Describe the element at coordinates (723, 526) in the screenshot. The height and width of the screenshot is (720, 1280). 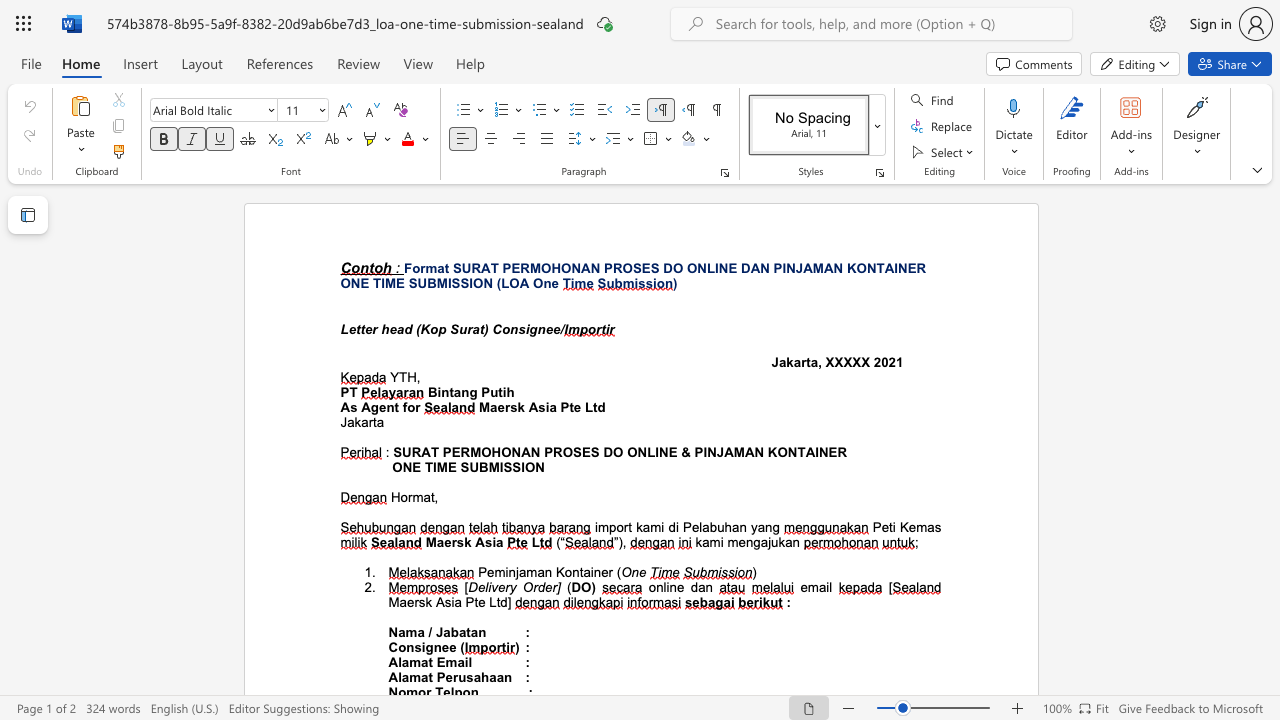
I see `the subset text "han y" within the text "import kami di Pelabuhan yang"` at that location.